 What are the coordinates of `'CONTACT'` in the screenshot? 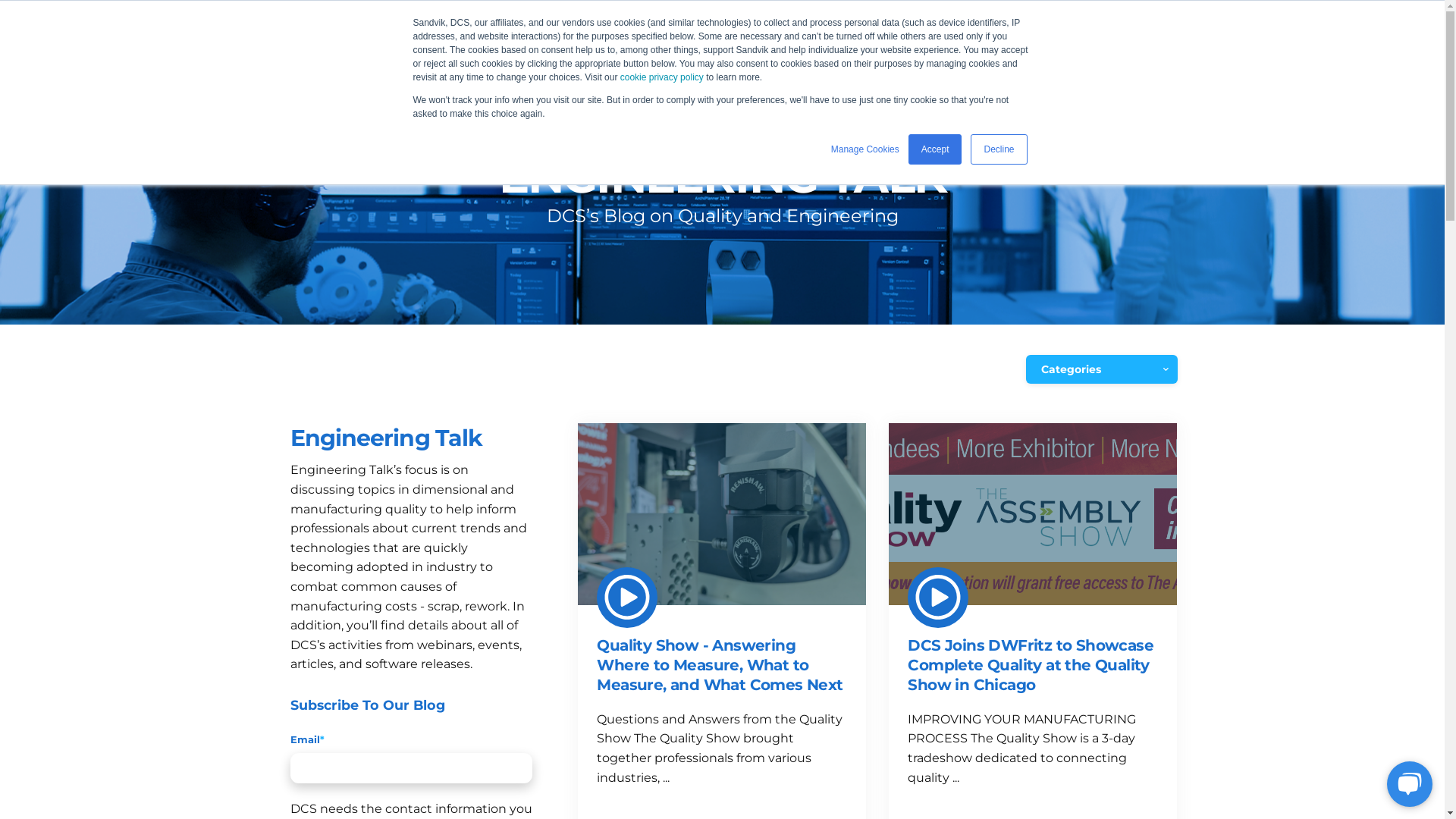 It's located at (912, 14).